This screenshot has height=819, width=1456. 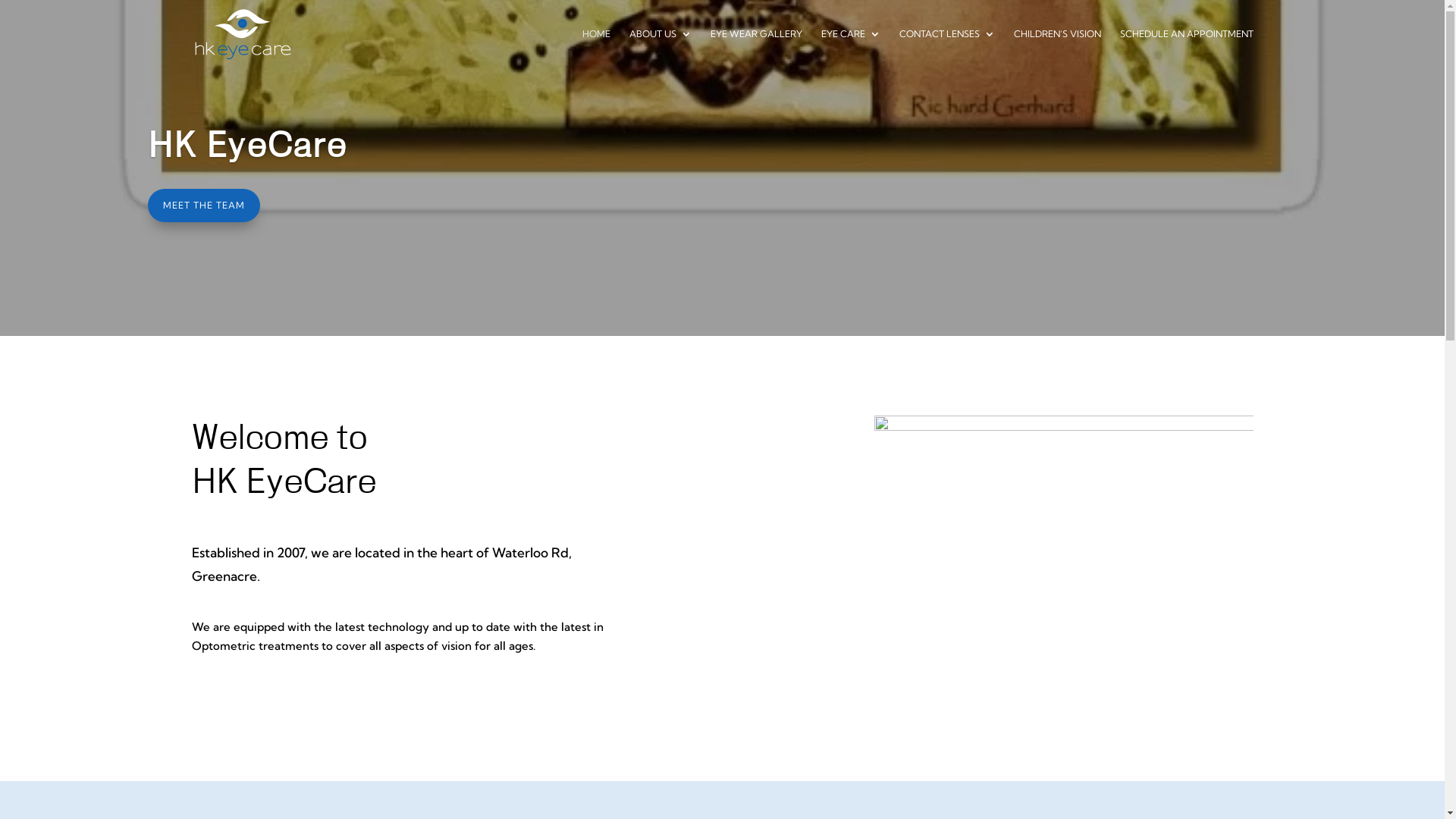 I want to click on 'HOME', so click(x=595, y=48).